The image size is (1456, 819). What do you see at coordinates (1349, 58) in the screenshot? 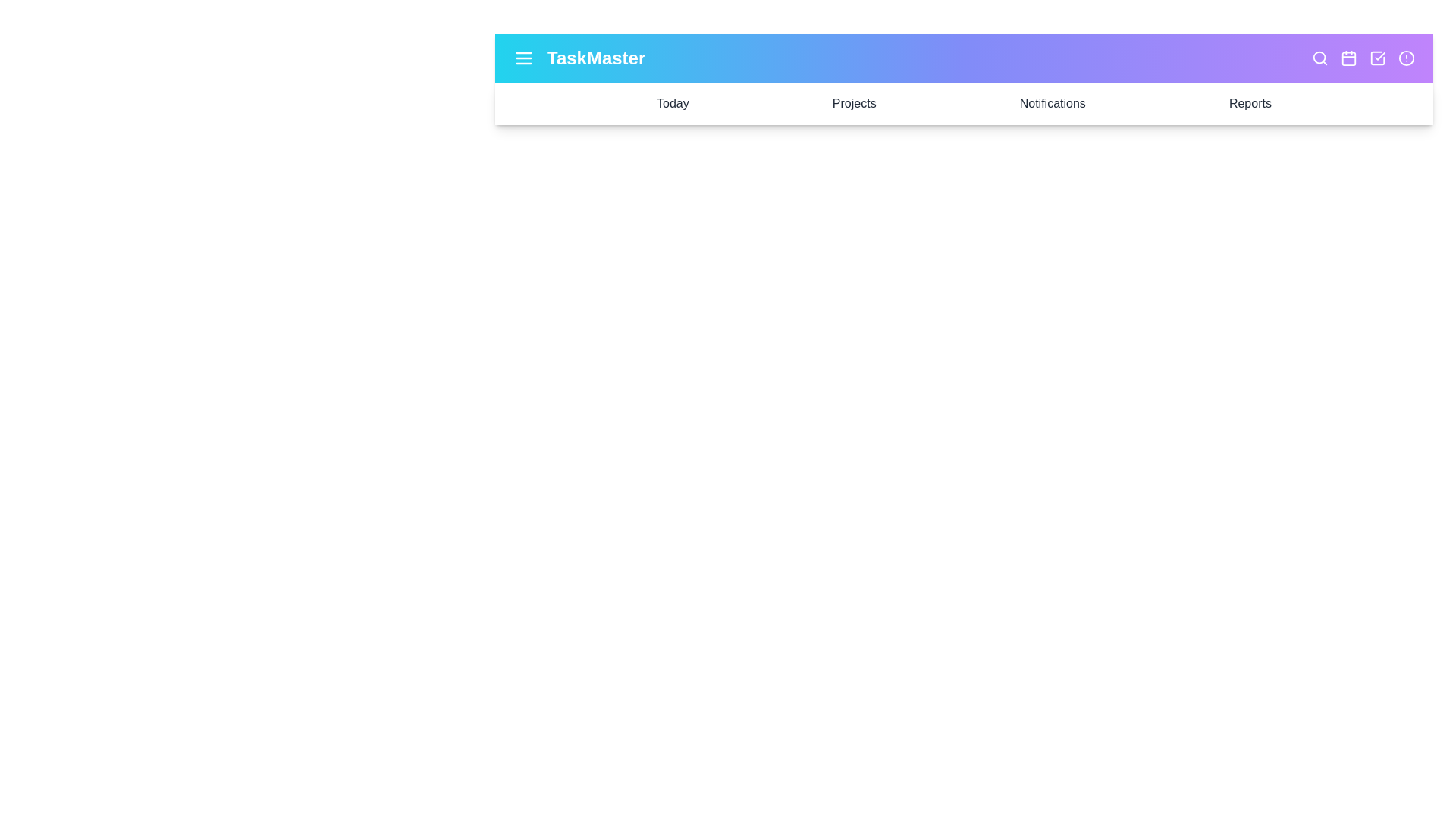
I see `the calendar icon to access the calendar view` at bounding box center [1349, 58].